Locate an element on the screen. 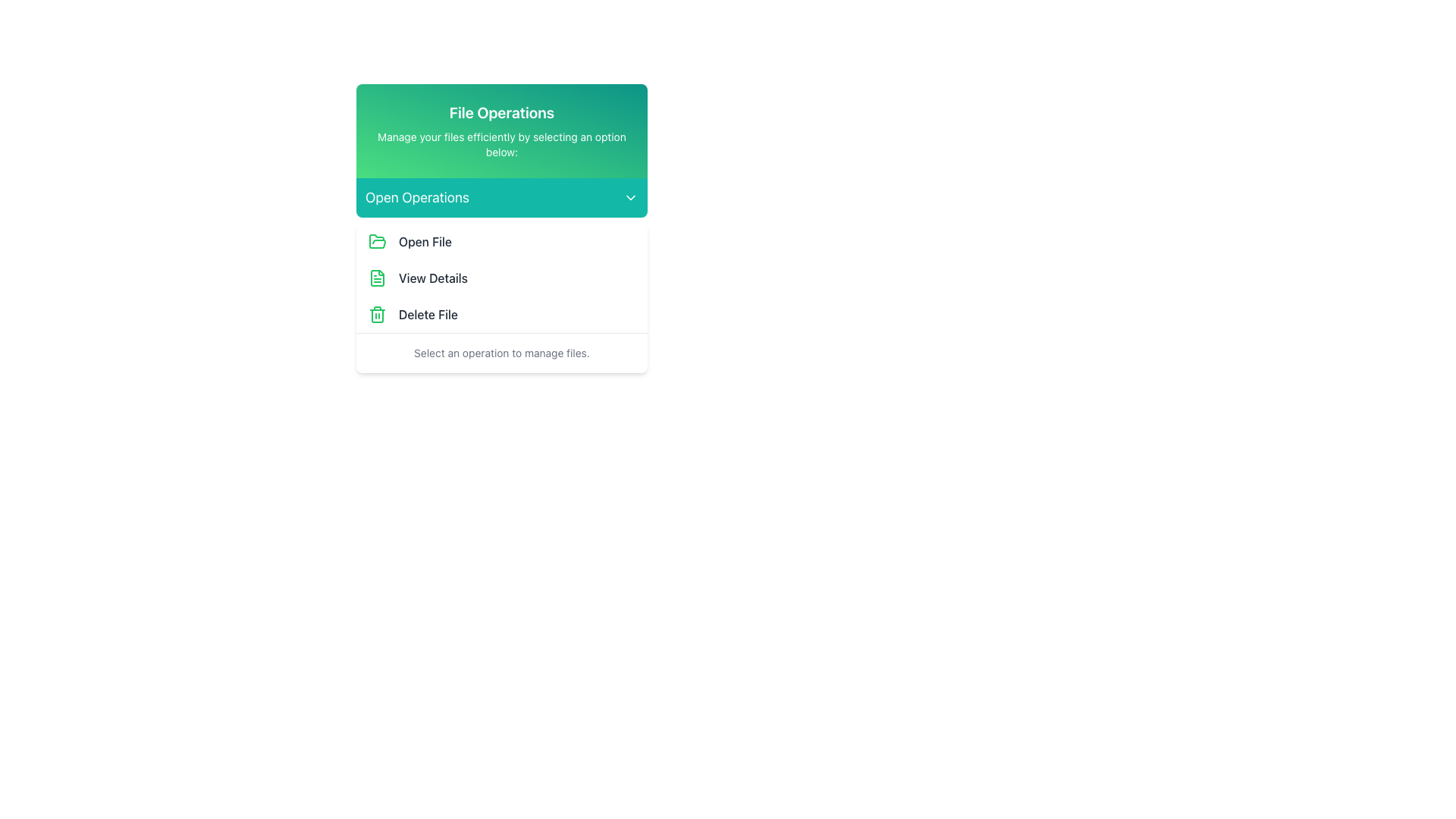 This screenshot has height=819, width=1456. the teal-colored 'Open Operations' Dropdown Toggle Button for keyboard interaction is located at coordinates (502, 197).